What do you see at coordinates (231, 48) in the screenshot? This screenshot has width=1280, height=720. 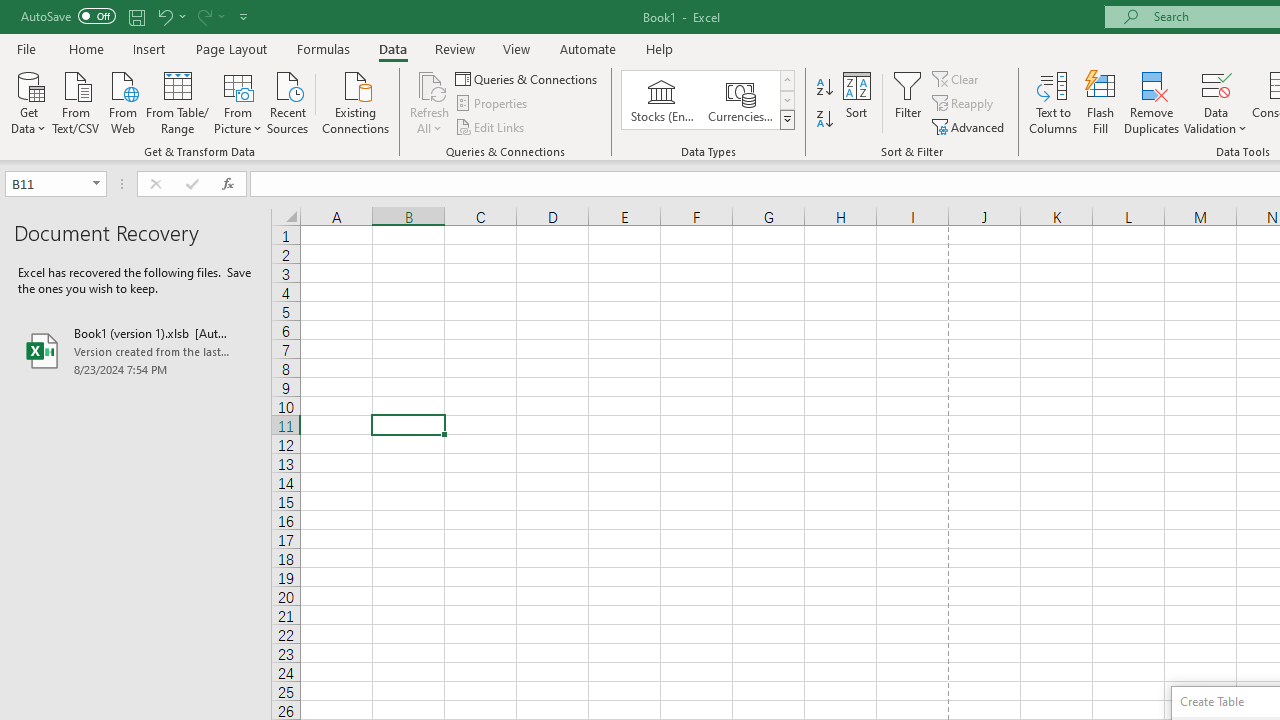 I see `'Page Layout'` at bounding box center [231, 48].